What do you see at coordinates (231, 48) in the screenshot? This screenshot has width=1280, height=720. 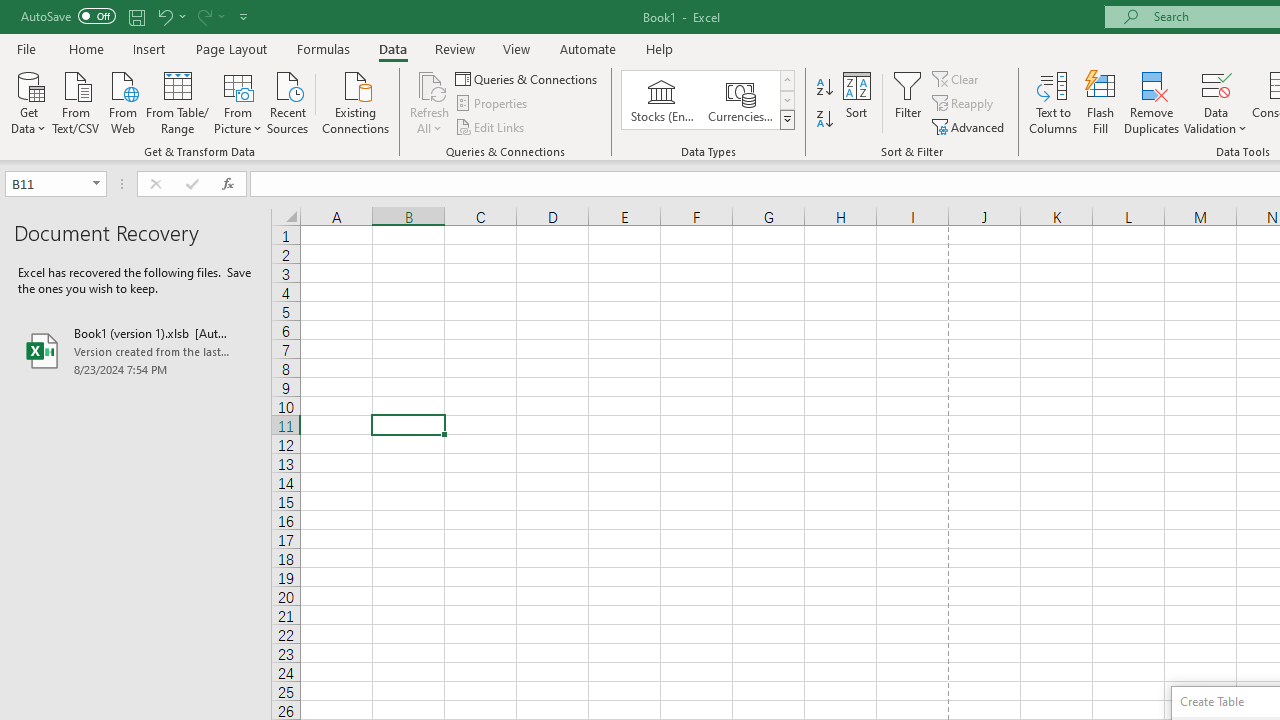 I see `'Page Layout'` at bounding box center [231, 48].